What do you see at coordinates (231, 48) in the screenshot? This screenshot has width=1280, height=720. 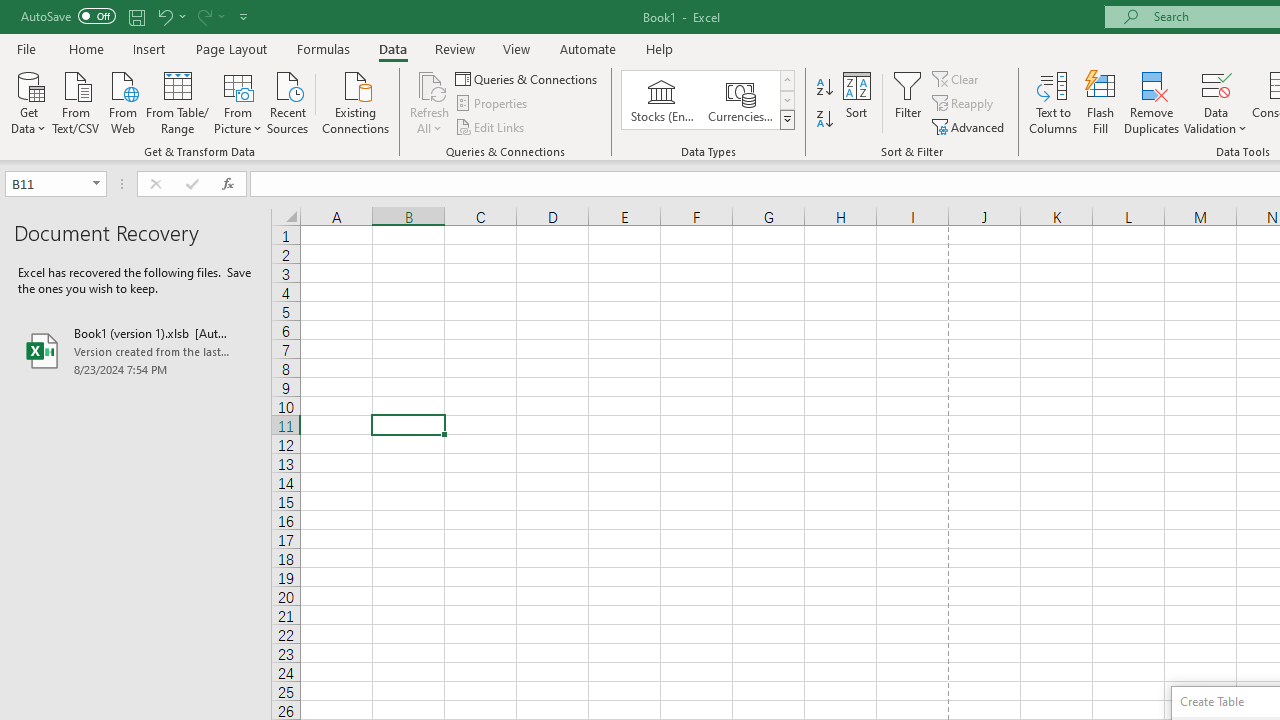 I see `'Page Layout'` at bounding box center [231, 48].